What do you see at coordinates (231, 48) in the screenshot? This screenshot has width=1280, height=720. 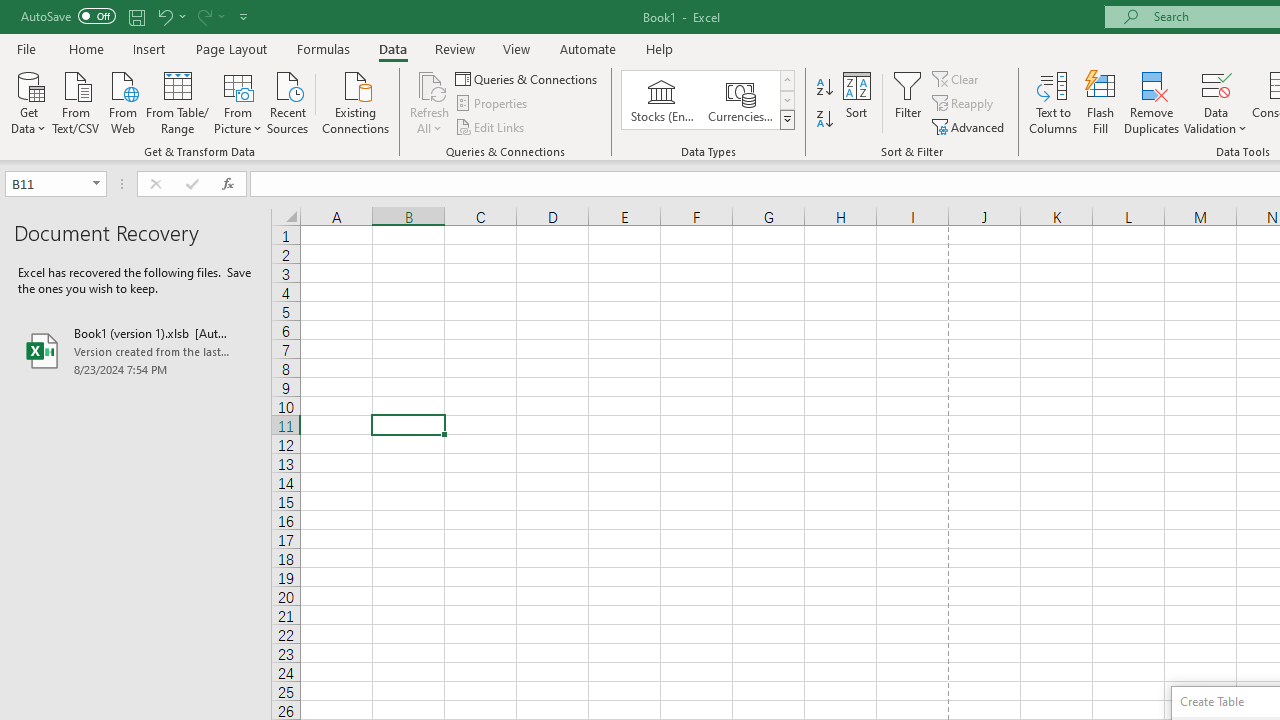 I see `'Page Layout'` at bounding box center [231, 48].